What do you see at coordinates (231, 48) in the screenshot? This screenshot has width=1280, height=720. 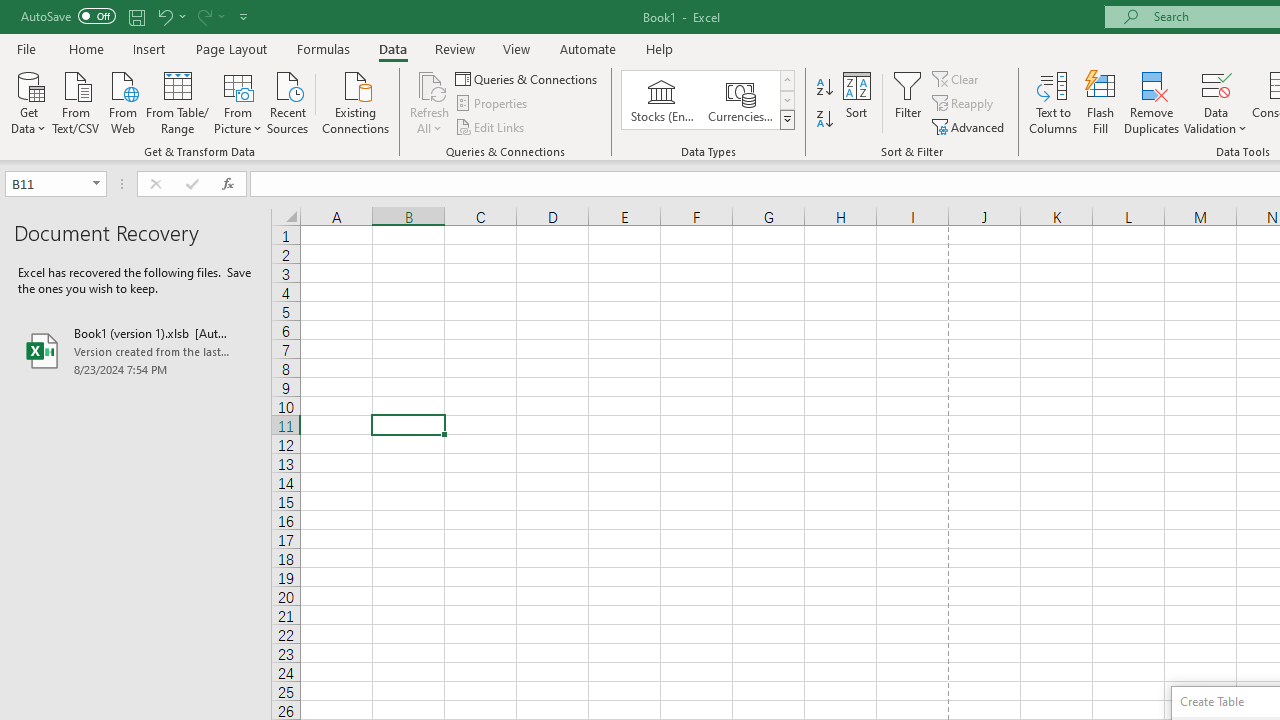 I see `'Page Layout'` at bounding box center [231, 48].